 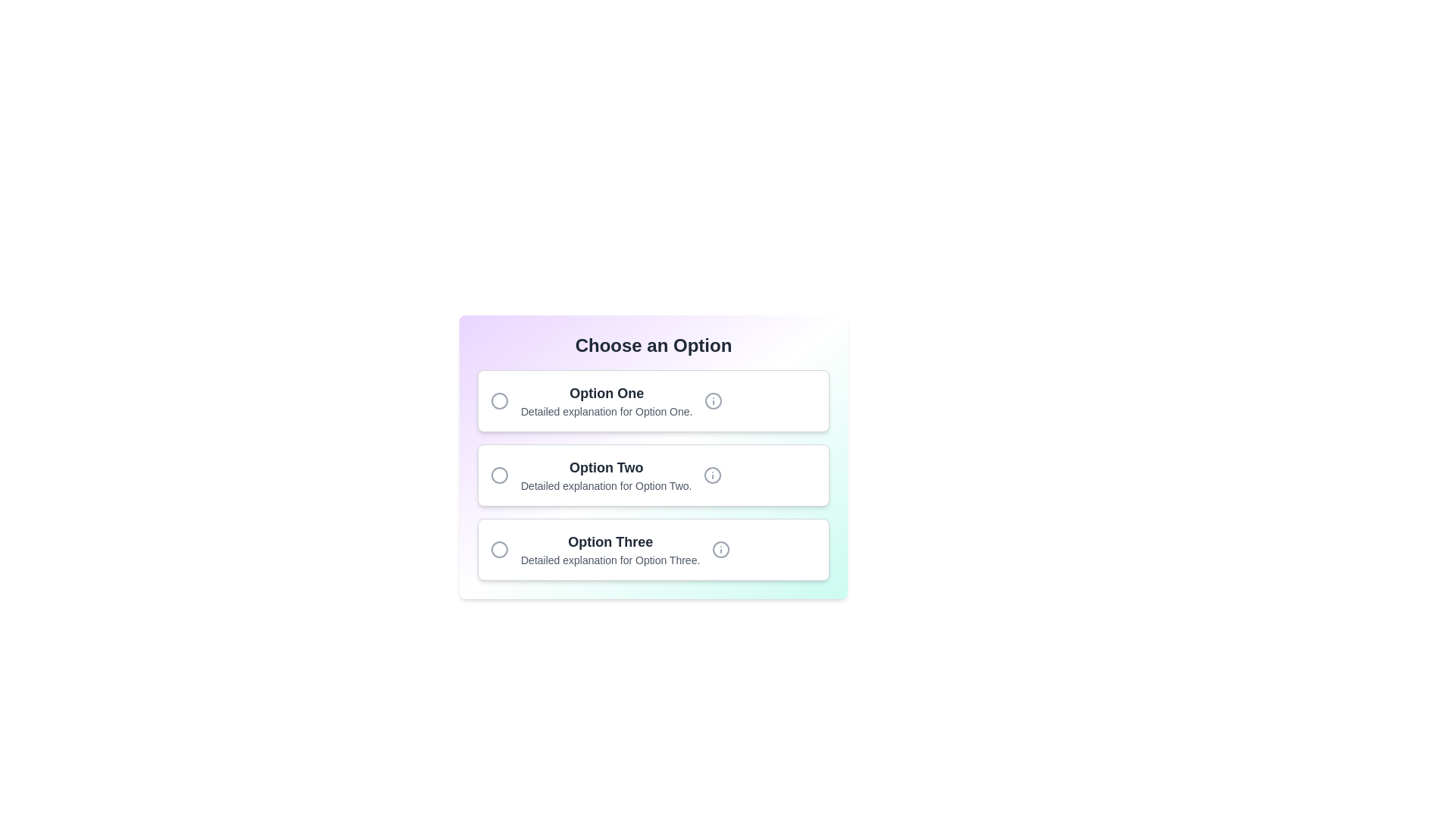 What do you see at coordinates (607, 393) in the screenshot?
I see `text from the Text Label that identifies 'Option One' in the vertically stacked list of options` at bounding box center [607, 393].